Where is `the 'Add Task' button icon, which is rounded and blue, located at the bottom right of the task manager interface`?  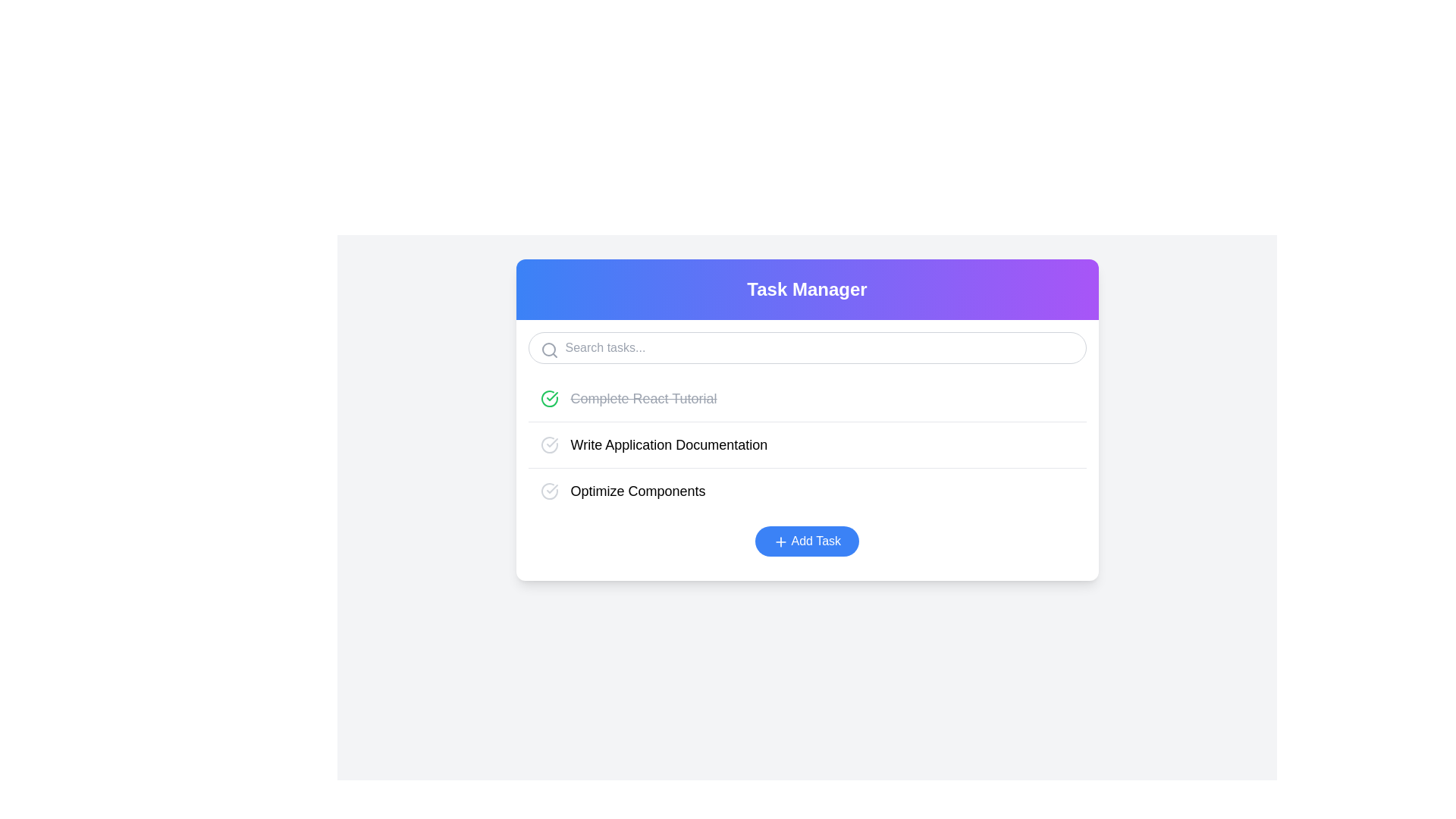
the 'Add Task' button icon, which is rounded and blue, located at the bottom right of the task manager interface is located at coordinates (780, 541).